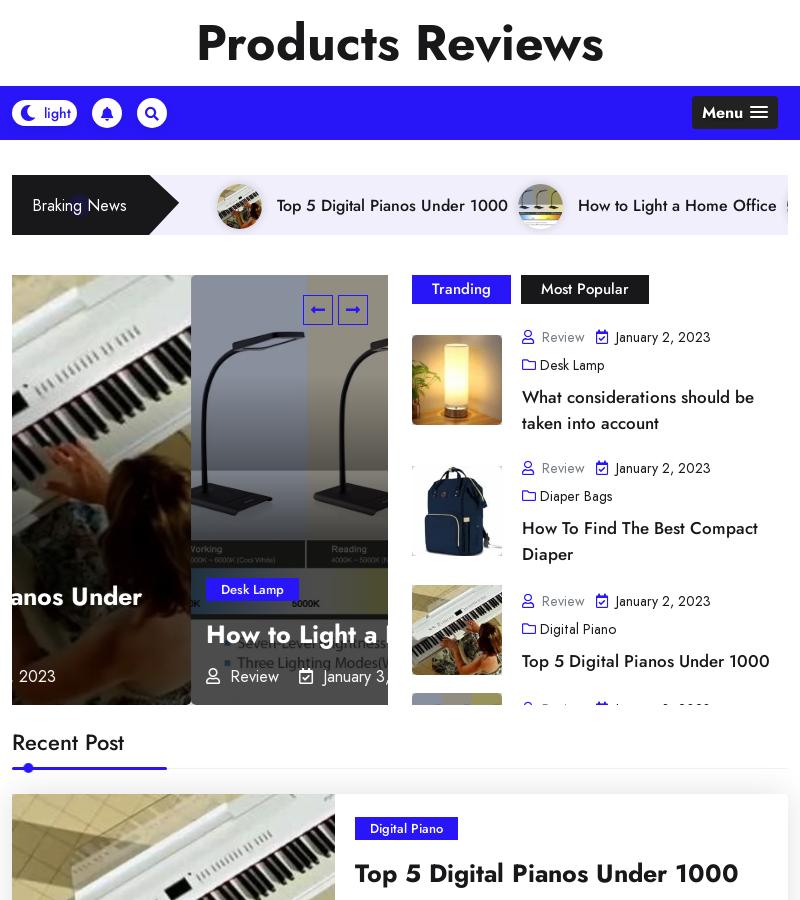  I want to click on 'On the market, there are', so click(441, 836).